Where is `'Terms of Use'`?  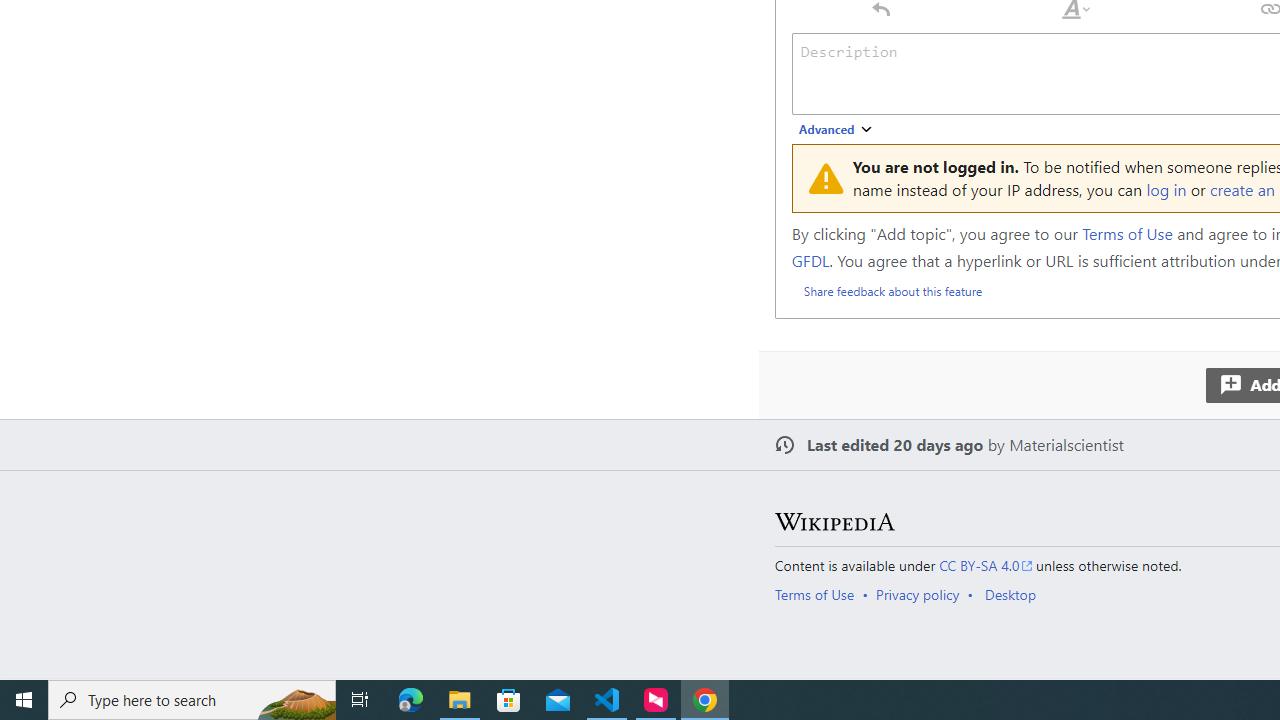
'Terms of Use' is located at coordinates (814, 593).